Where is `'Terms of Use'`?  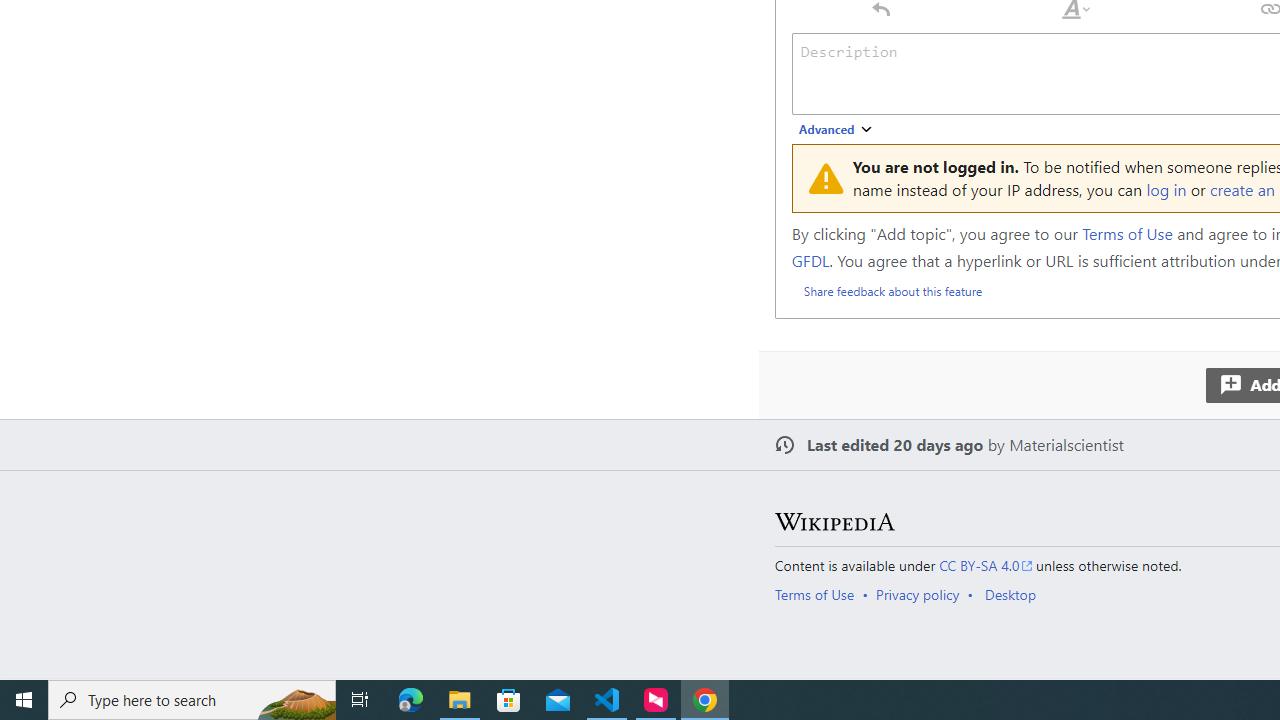
'Terms of Use' is located at coordinates (814, 593).